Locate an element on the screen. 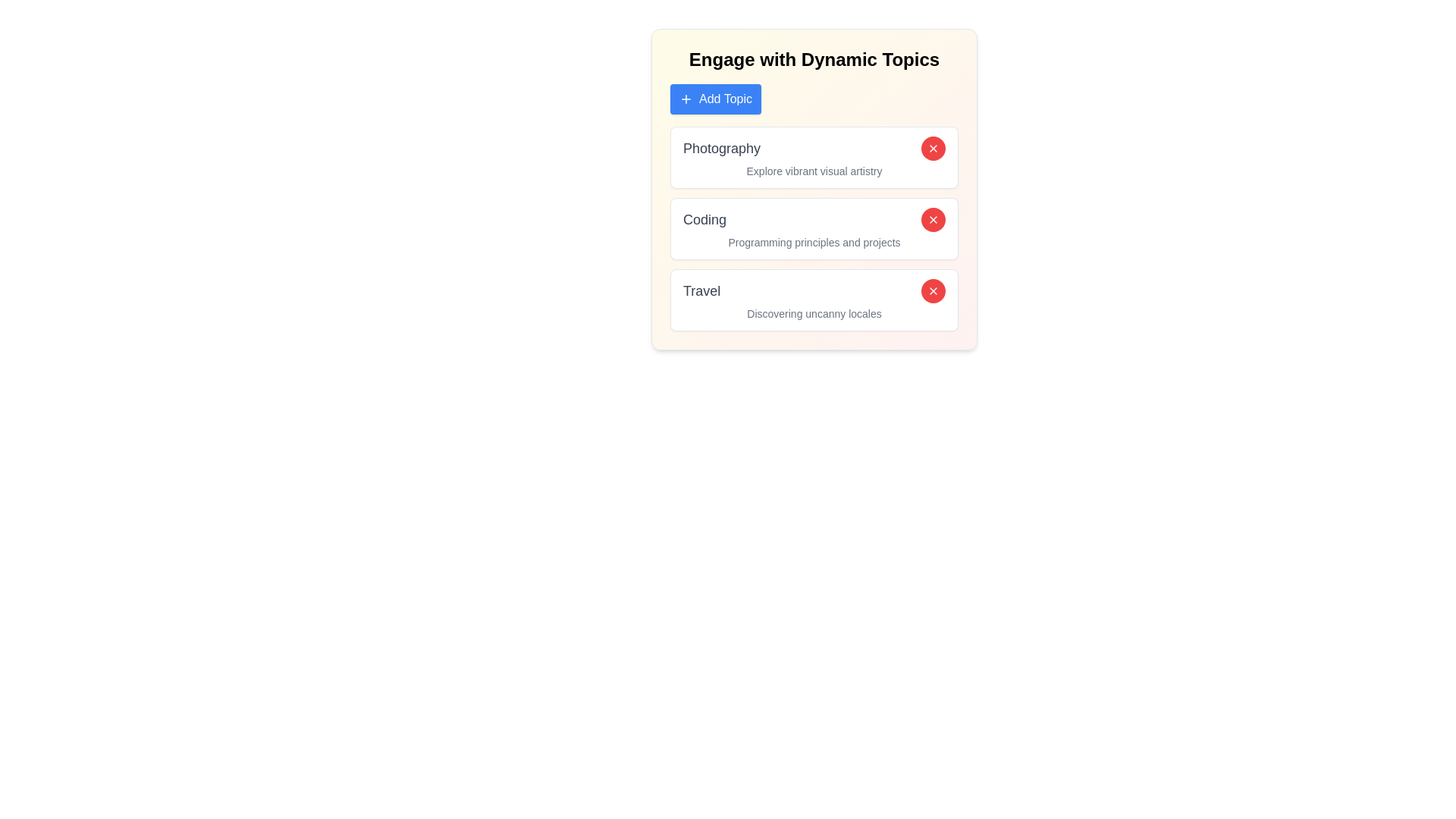  red 'X' button next to the topic labeled Photography to remove it is located at coordinates (932, 149).